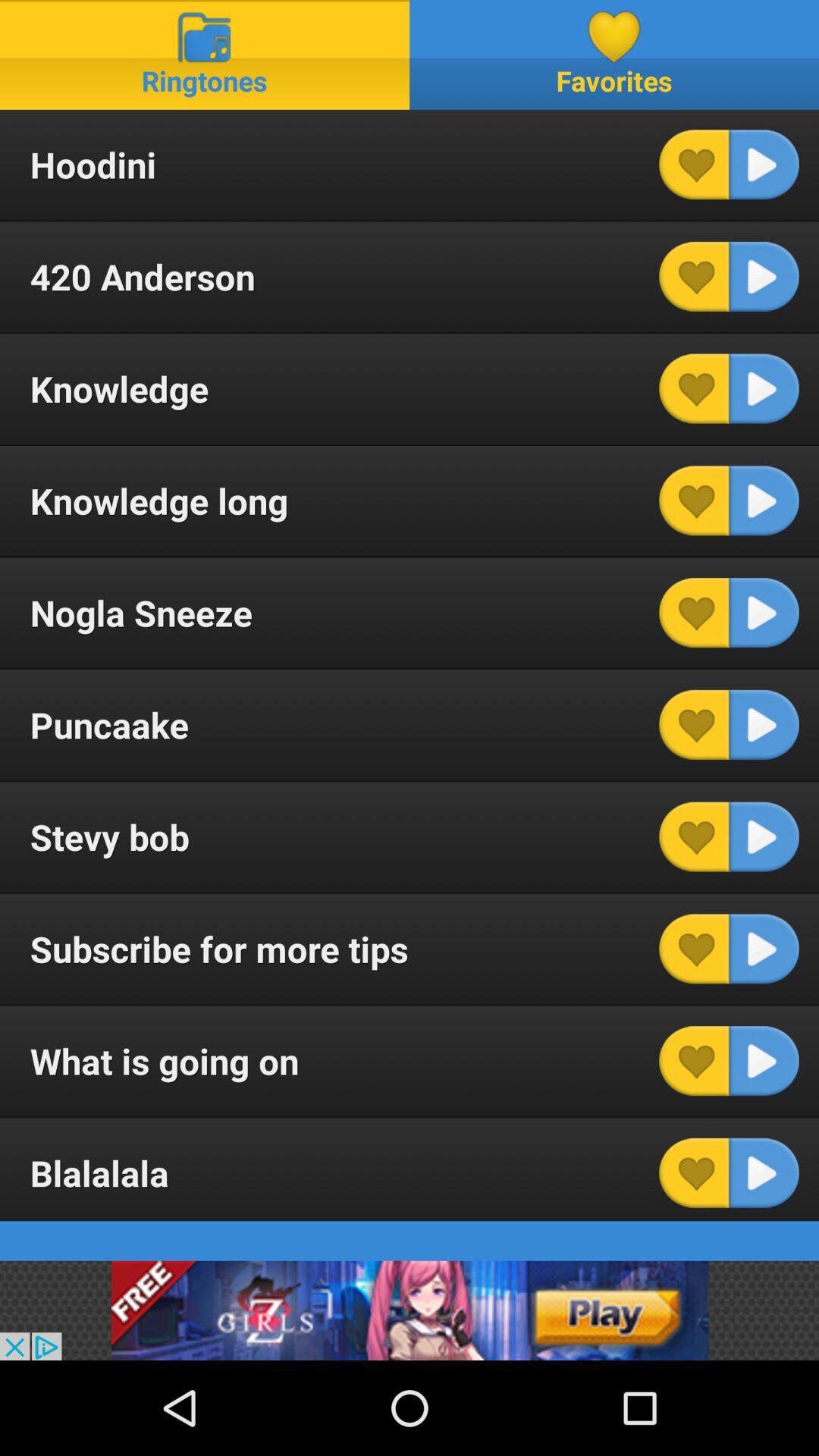 This screenshot has height=1456, width=819. What do you see at coordinates (764, 500) in the screenshot?
I see `list option` at bounding box center [764, 500].